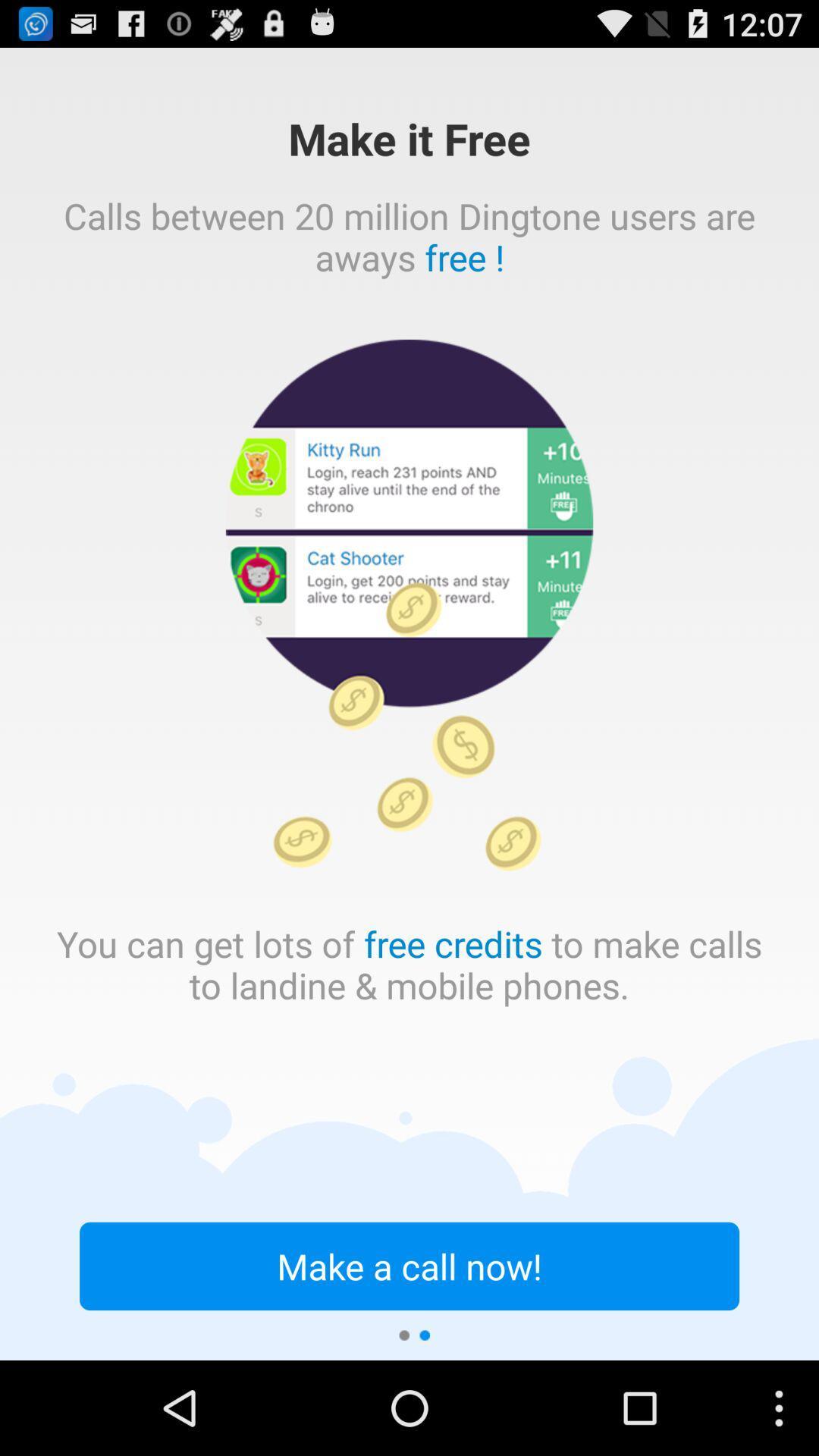 Image resolution: width=819 pixels, height=1456 pixels. Describe the element at coordinates (409, 1266) in the screenshot. I see `item below the you can get` at that location.